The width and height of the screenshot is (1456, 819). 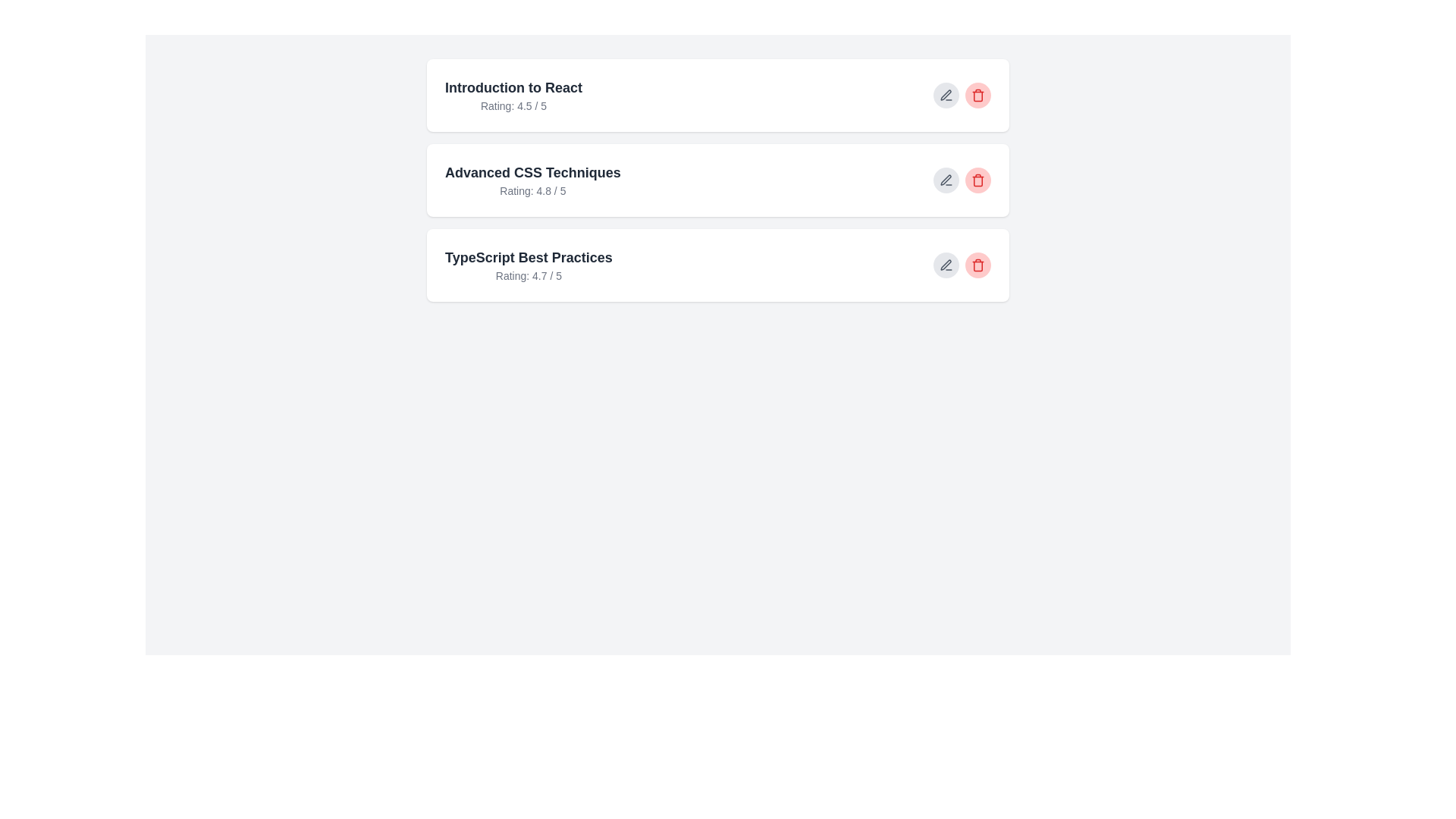 I want to click on the delete button located to the right of the 'Advanced CSS Techniques' list entry, so click(x=978, y=180).